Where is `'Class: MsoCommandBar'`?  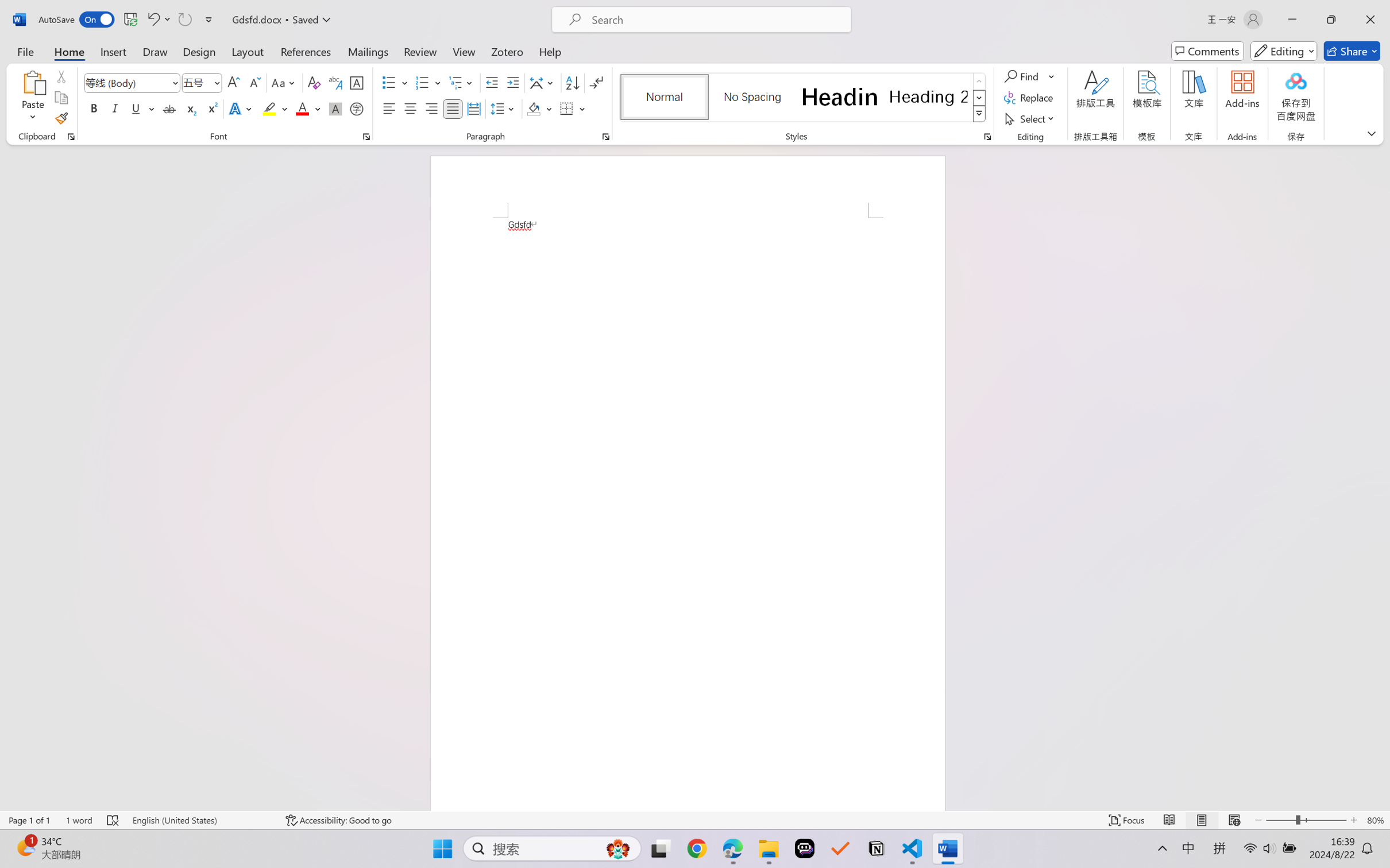 'Class: MsoCommandBar' is located at coordinates (695, 820).